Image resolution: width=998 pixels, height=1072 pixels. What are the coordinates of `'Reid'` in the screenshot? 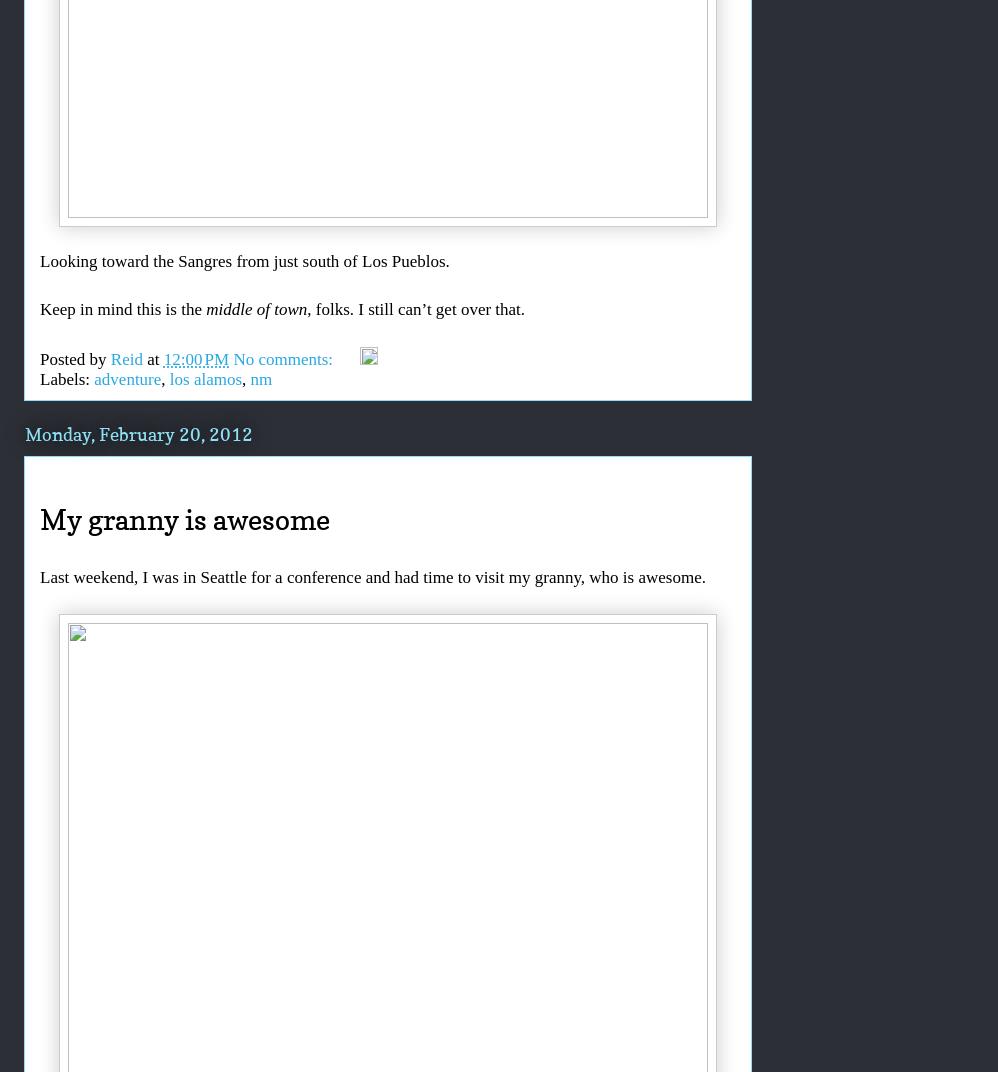 It's located at (126, 359).